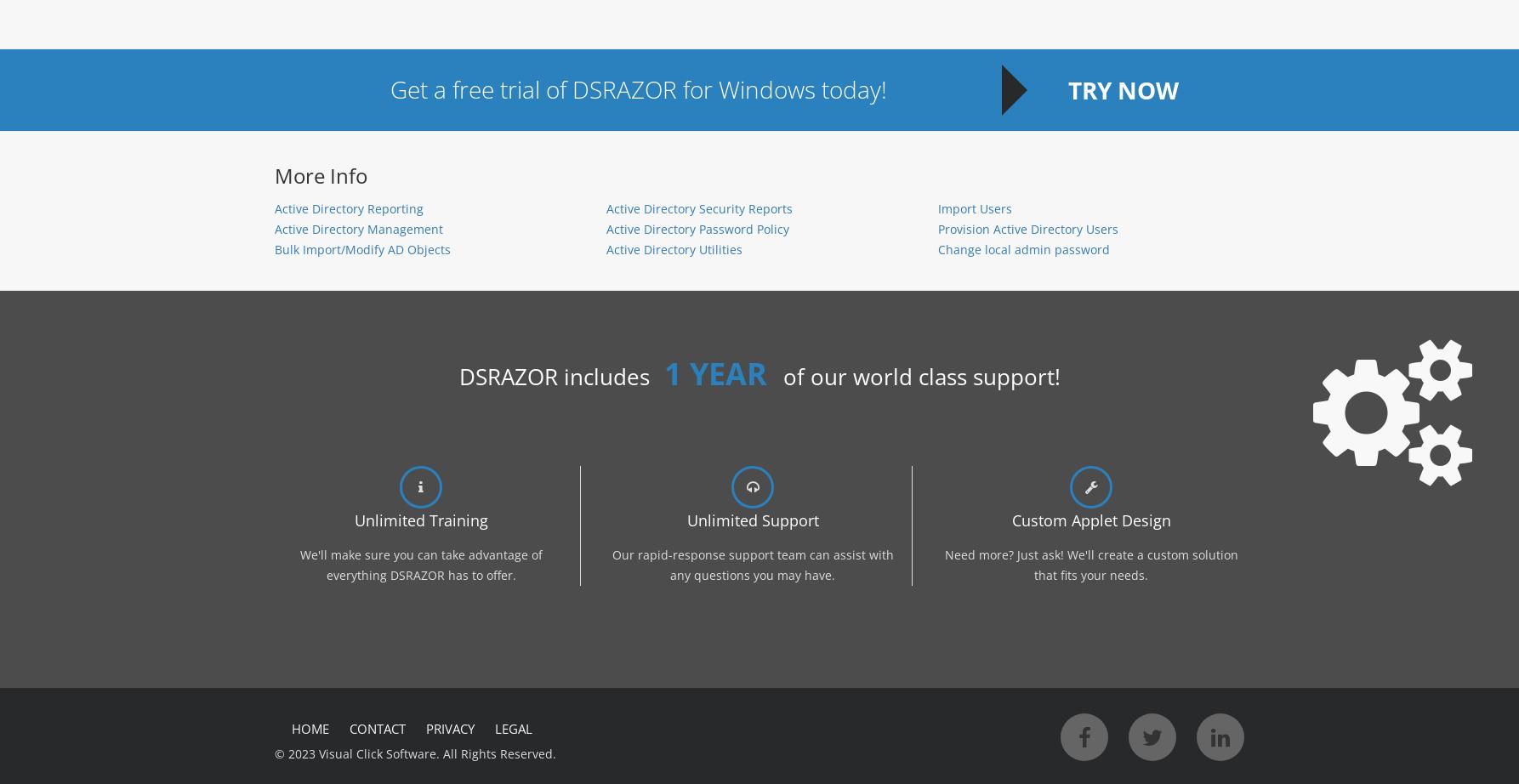 The width and height of the screenshot is (1519, 784). What do you see at coordinates (636, 89) in the screenshot?
I see `'Get a free trial of DSRAZOR for Windows today!'` at bounding box center [636, 89].